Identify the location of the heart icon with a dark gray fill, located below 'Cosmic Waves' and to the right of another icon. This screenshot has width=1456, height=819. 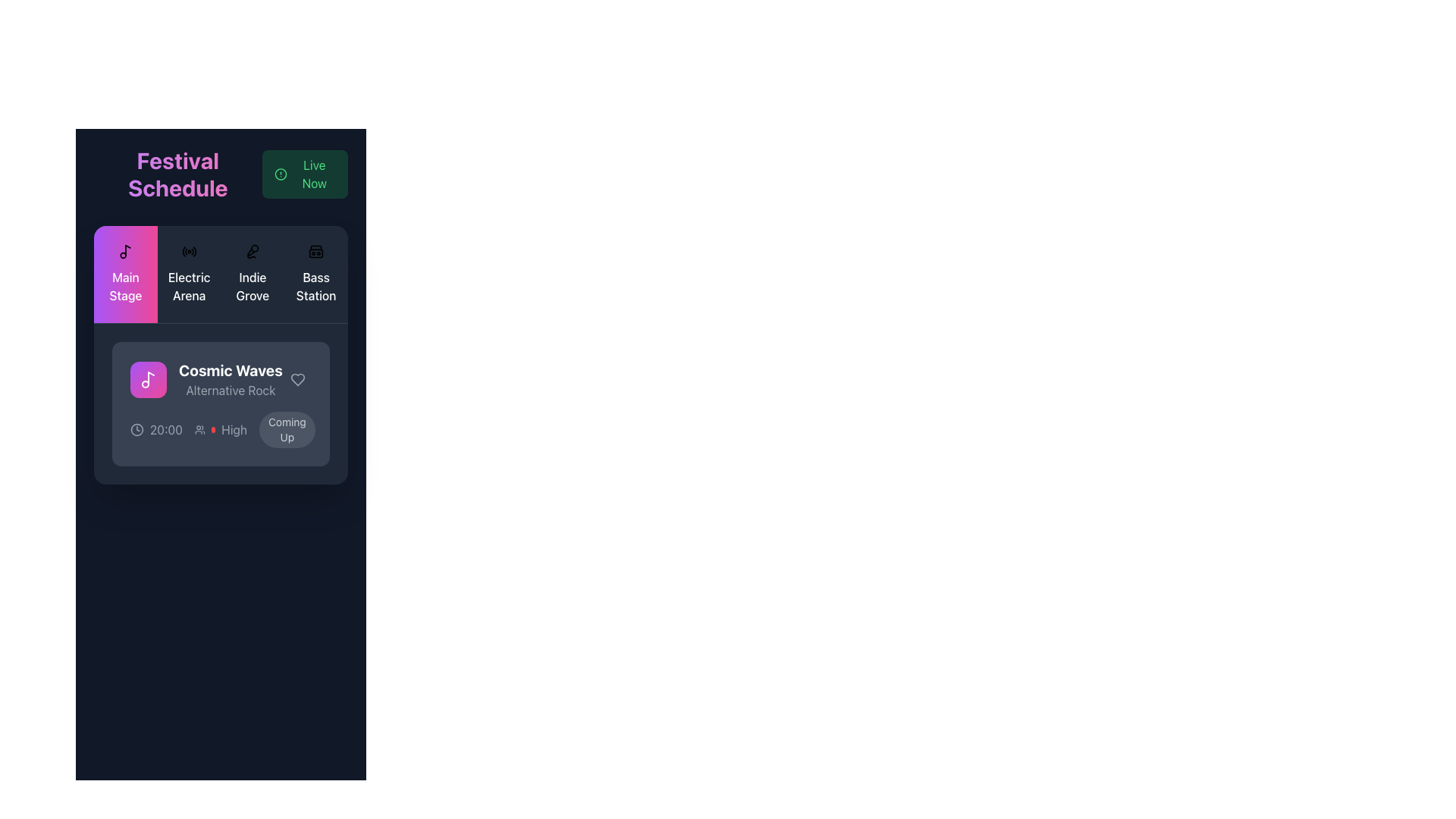
(298, 379).